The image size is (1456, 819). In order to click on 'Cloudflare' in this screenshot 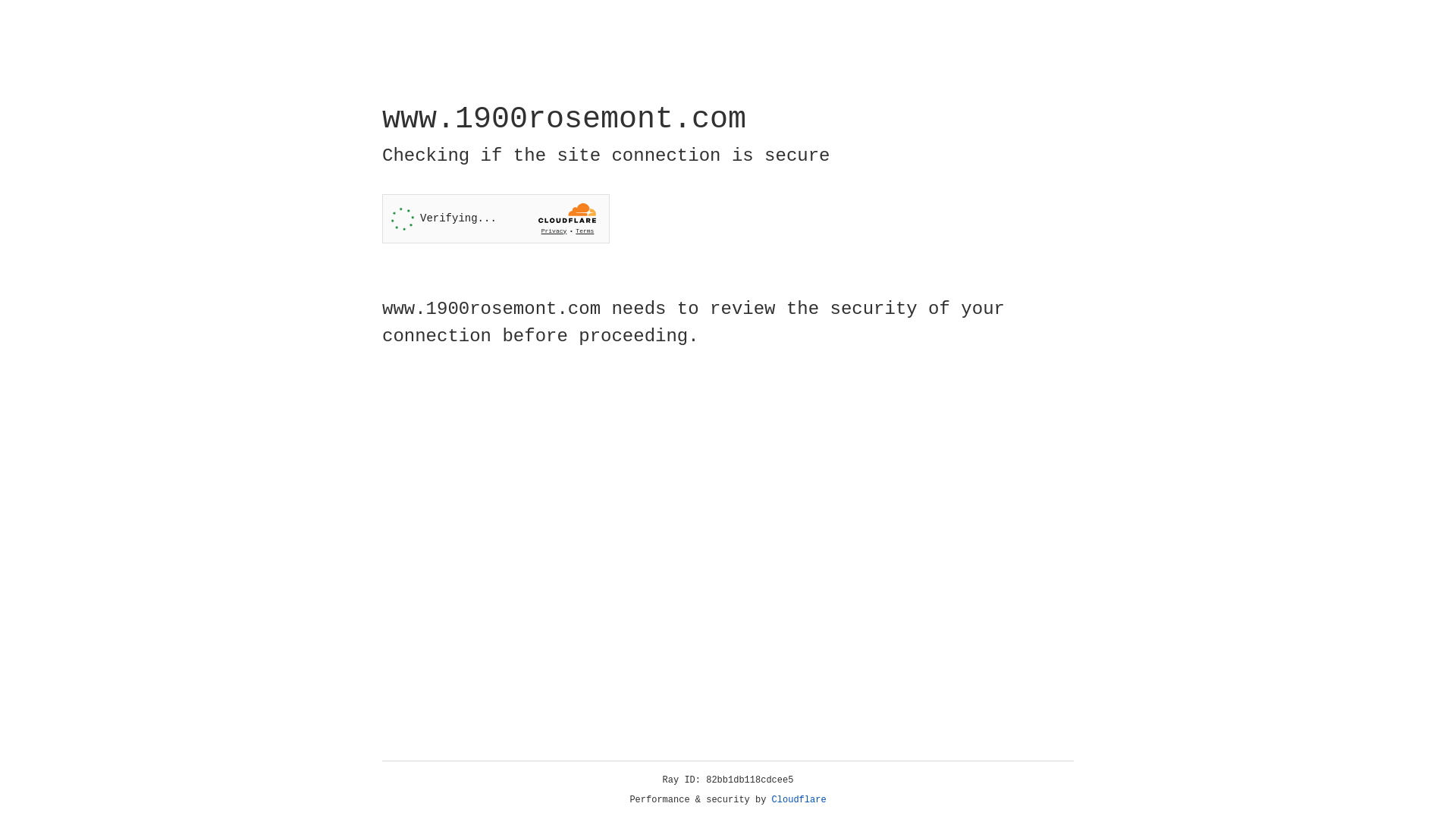, I will do `click(799, 799)`.